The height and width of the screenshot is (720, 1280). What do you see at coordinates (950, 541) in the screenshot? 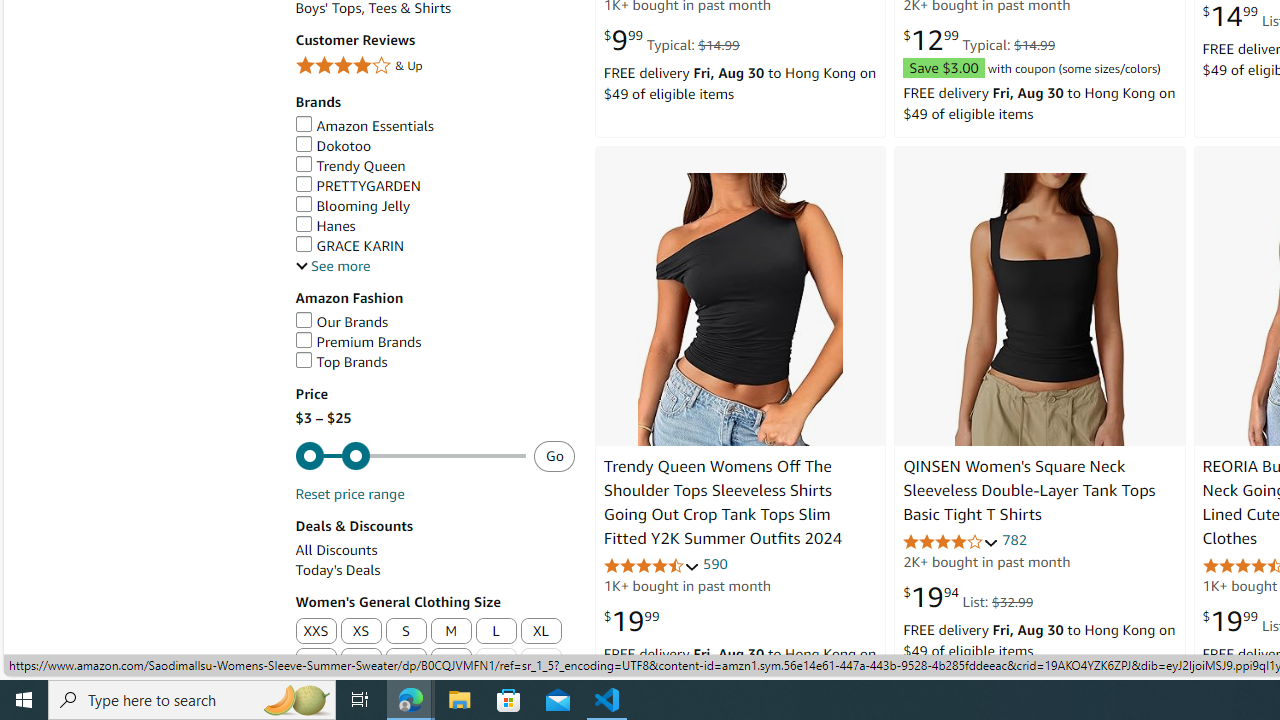
I see `'4.2 out of 5 stars'` at bounding box center [950, 541].